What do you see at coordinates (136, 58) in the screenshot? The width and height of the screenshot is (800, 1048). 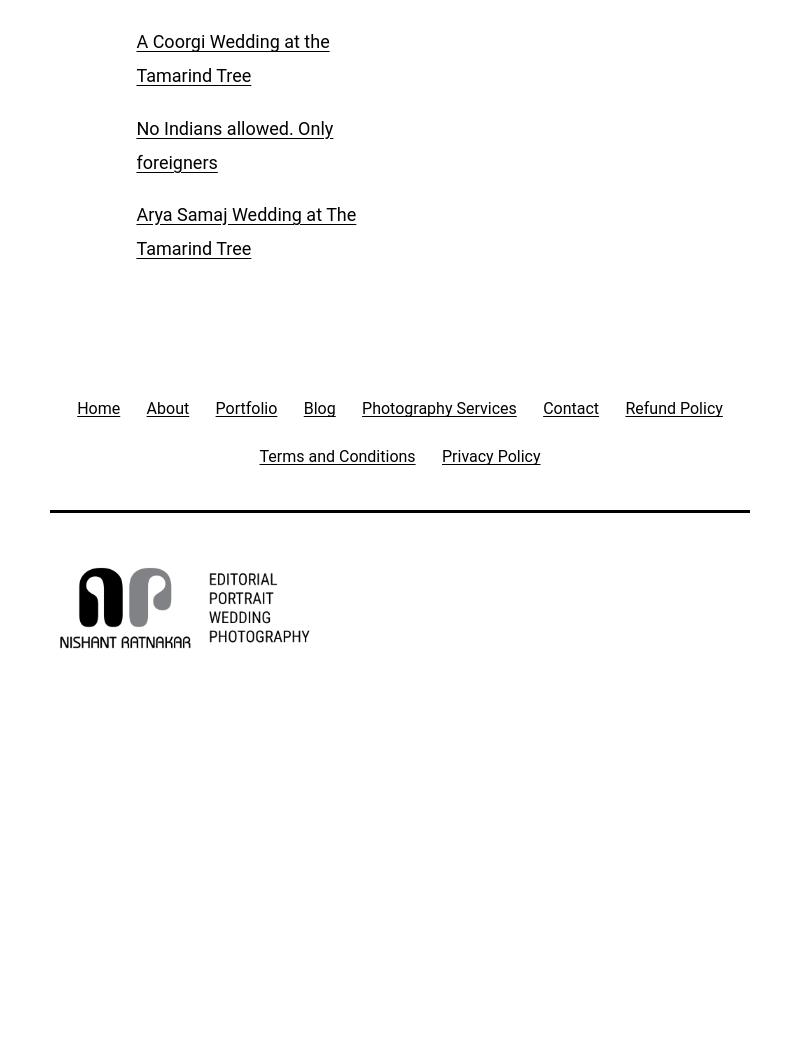 I see `'A Coorgi Wedding at the Tamarind Tree'` at bounding box center [136, 58].